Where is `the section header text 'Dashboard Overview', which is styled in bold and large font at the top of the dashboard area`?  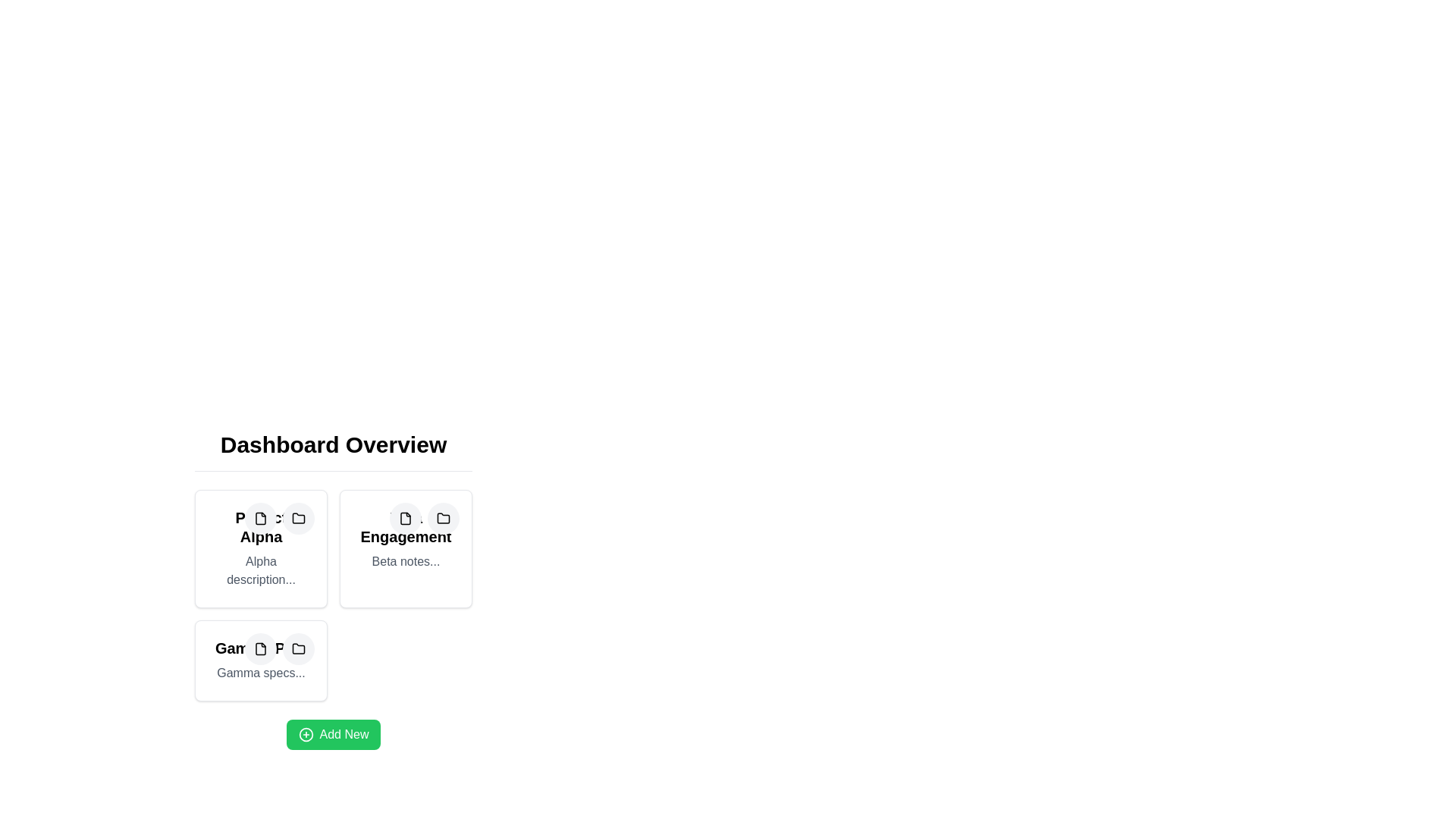 the section header text 'Dashboard Overview', which is styled in bold and large font at the top of the dashboard area is located at coordinates (333, 450).